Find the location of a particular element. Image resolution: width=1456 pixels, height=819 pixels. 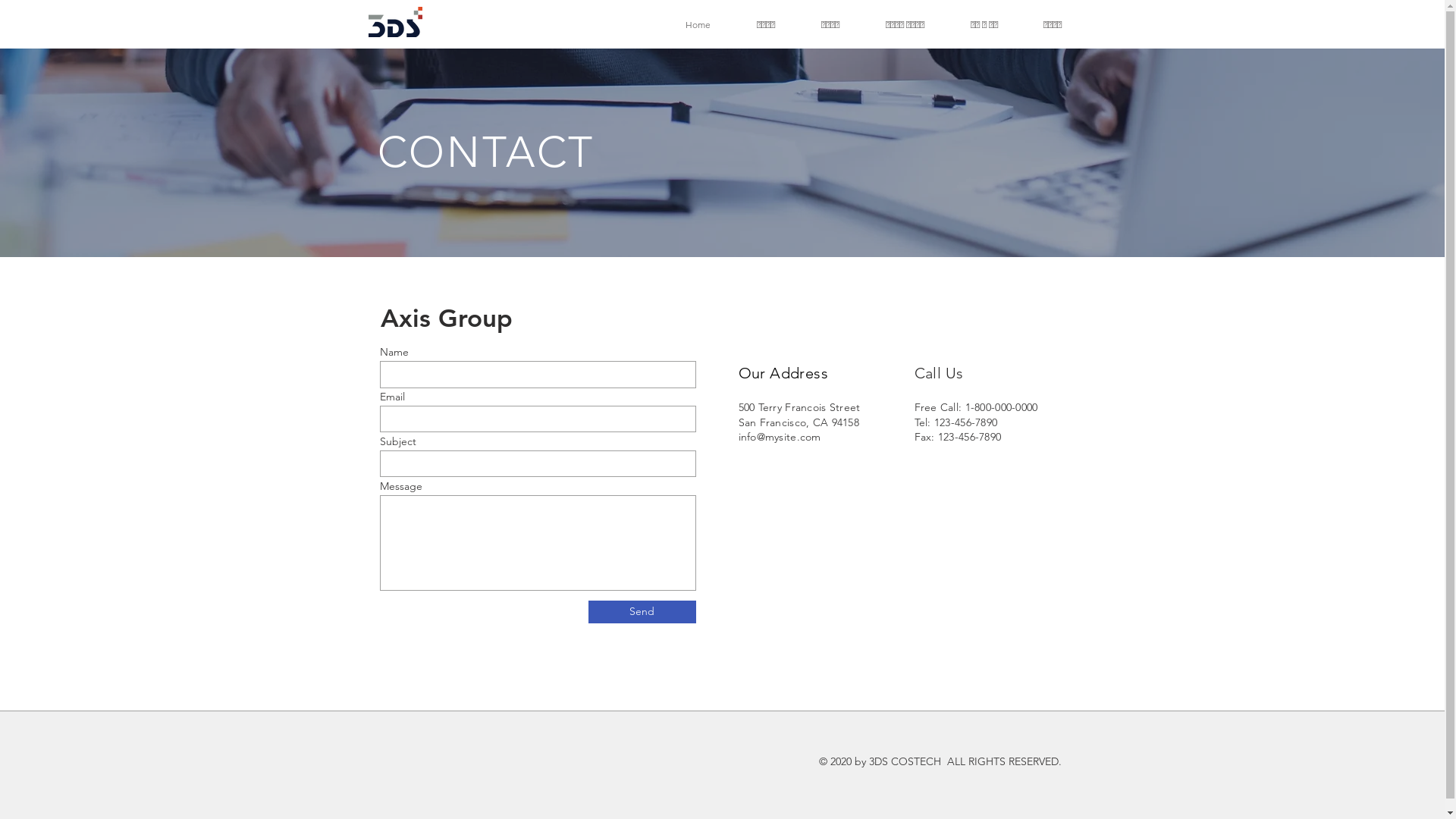

'Home' is located at coordinates (698, 24).